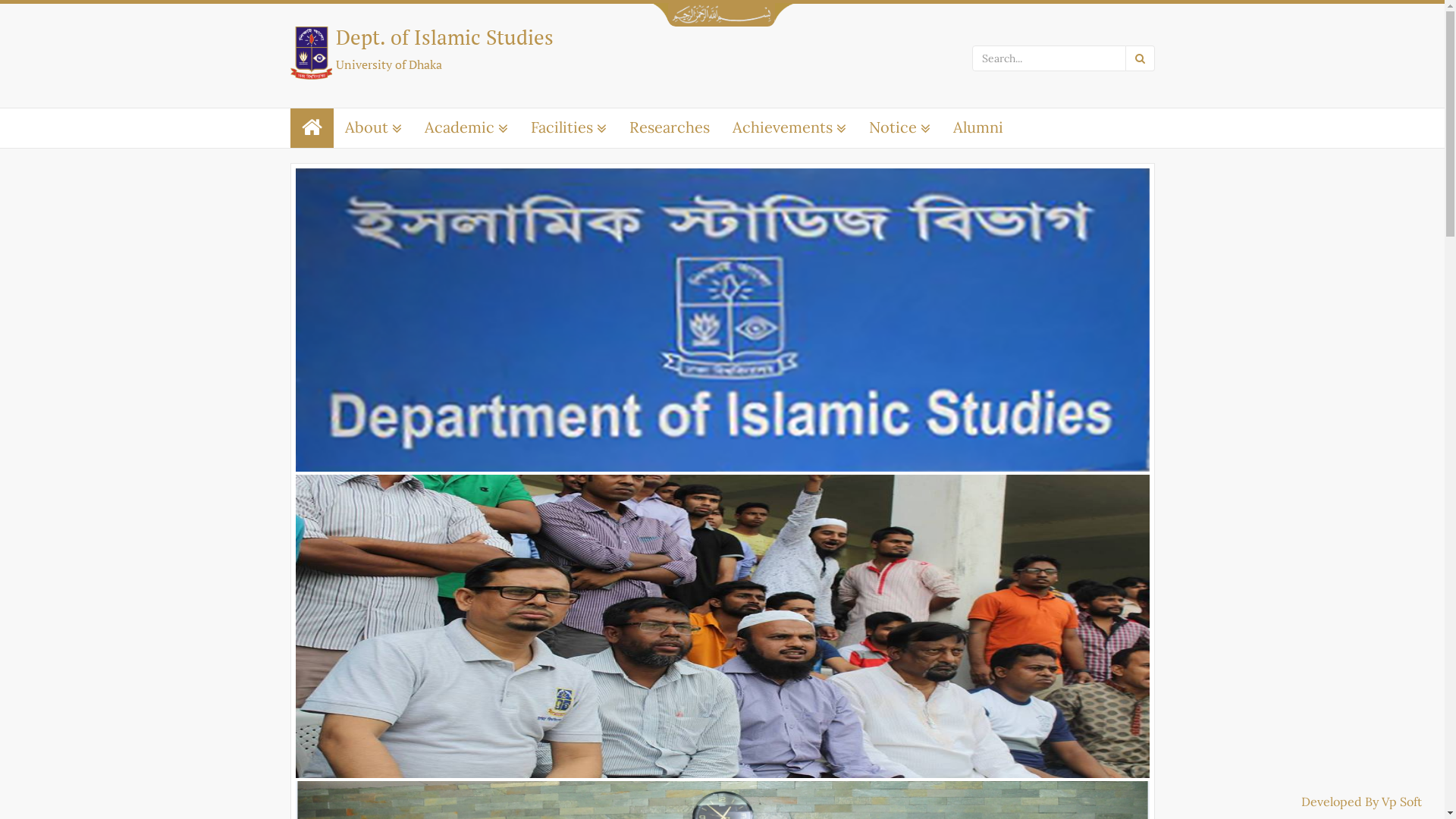 The height and width of the screenshot is (819, 1456). Describe the element at coordinates (668, 126) in the screenshot. I see `'Researches'` at that location.